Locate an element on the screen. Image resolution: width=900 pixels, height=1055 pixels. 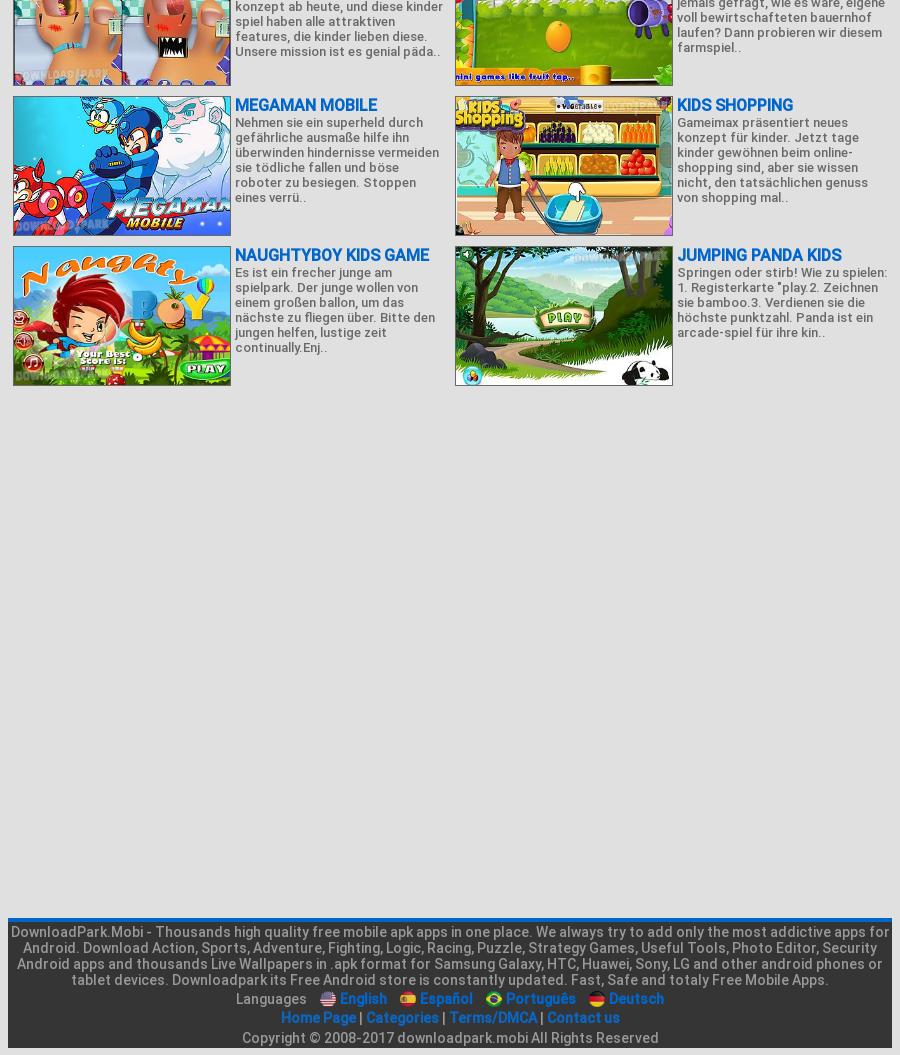
'Categories' is located at coordinates (365, 1016).